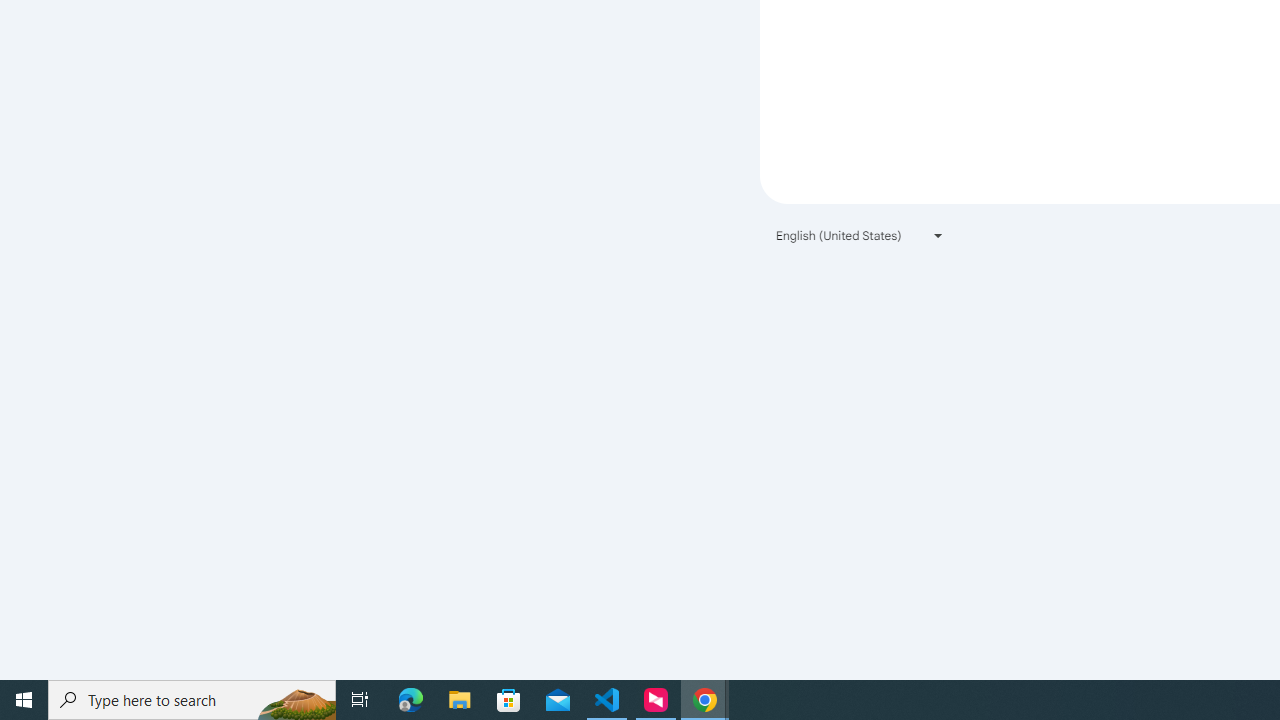 This screenshot has height=720, width=1280. I want to click on 'English (United States)', so click(860, 234).